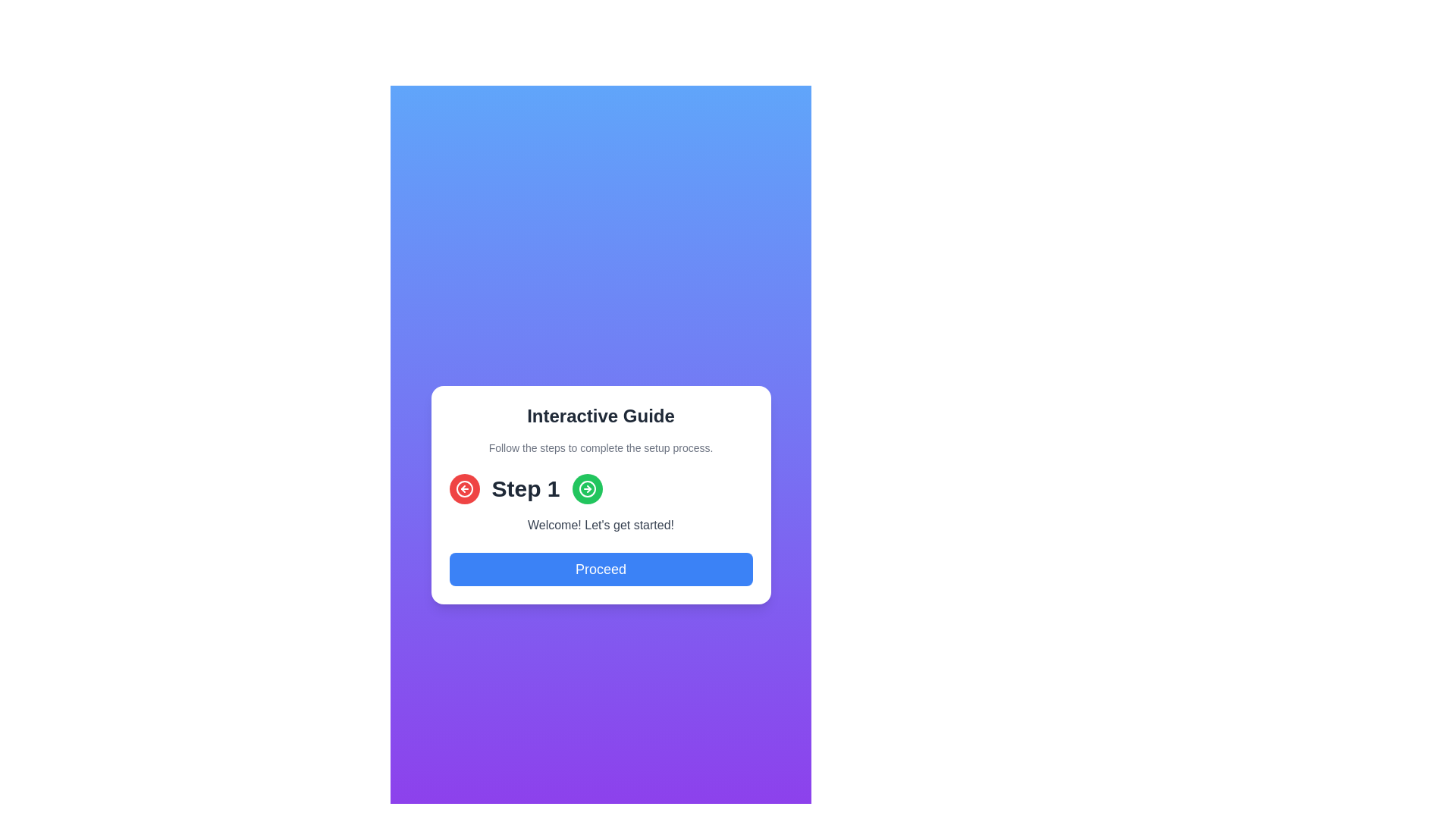  Describe the element at coordinates (586, 488) in the screenshot. I see `design structure of the circular graphical component that is part of the button-like icon located to the right of the 'Step 1' text section` at that location.